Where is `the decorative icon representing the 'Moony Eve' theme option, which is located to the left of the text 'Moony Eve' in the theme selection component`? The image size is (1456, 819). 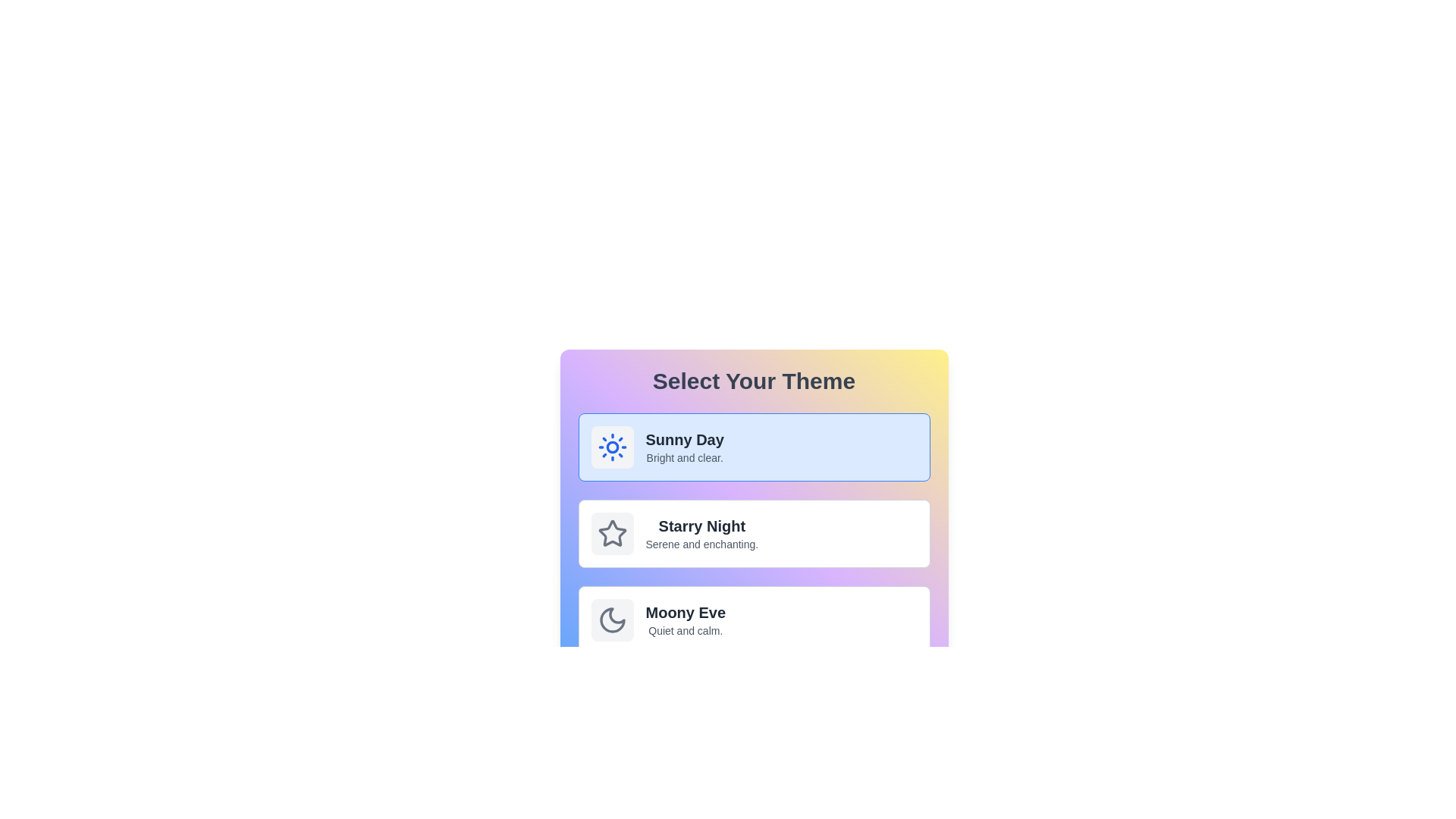 the decorative icon representing the 'Moony Eve' theme option, which is located to the left of the text 'Moony Eve' in the theme selection component is located at coordinates (612, 620).